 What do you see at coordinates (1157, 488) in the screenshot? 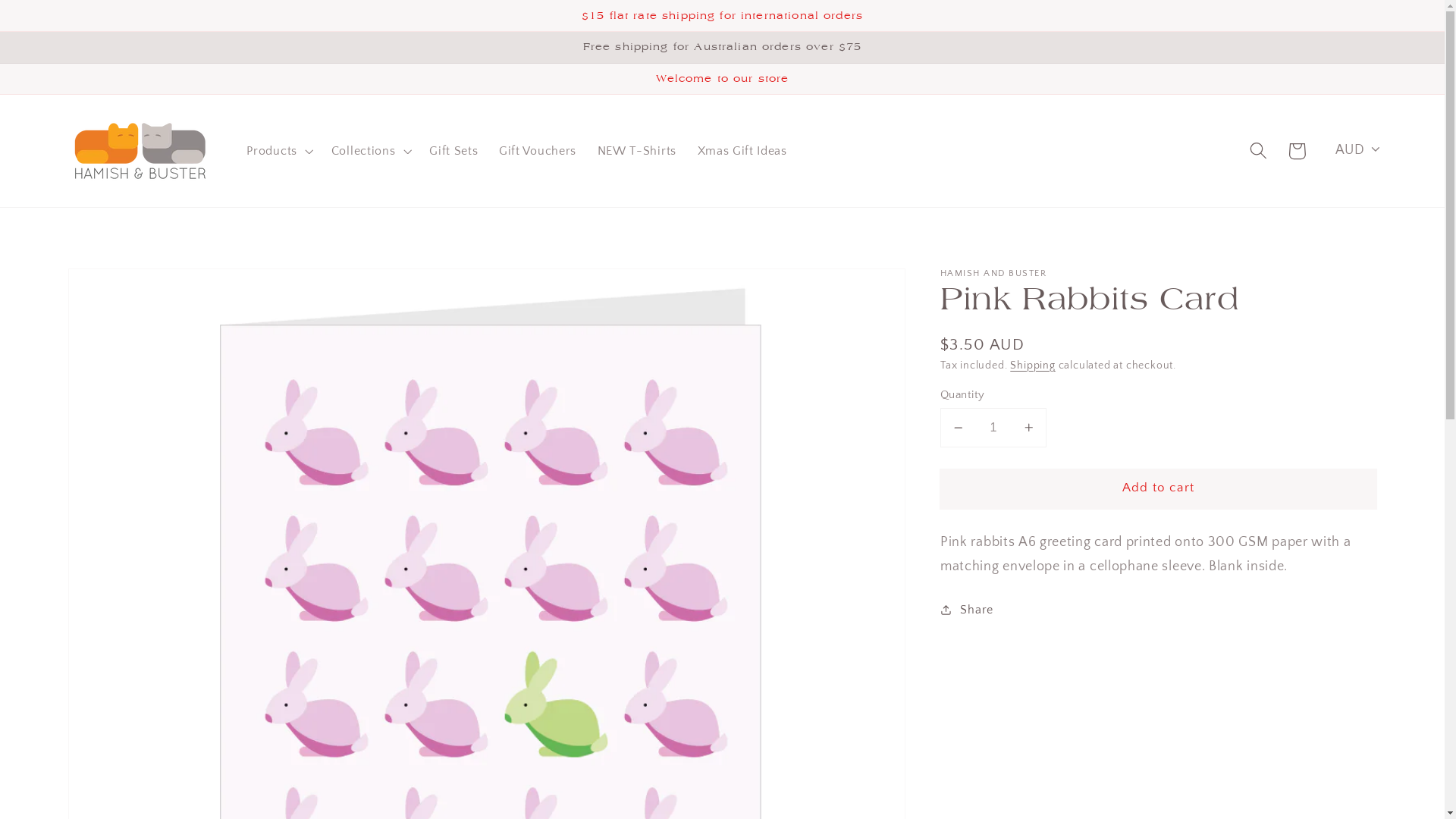
I see `'Add to cart'` at bounding box center [1157, 488].